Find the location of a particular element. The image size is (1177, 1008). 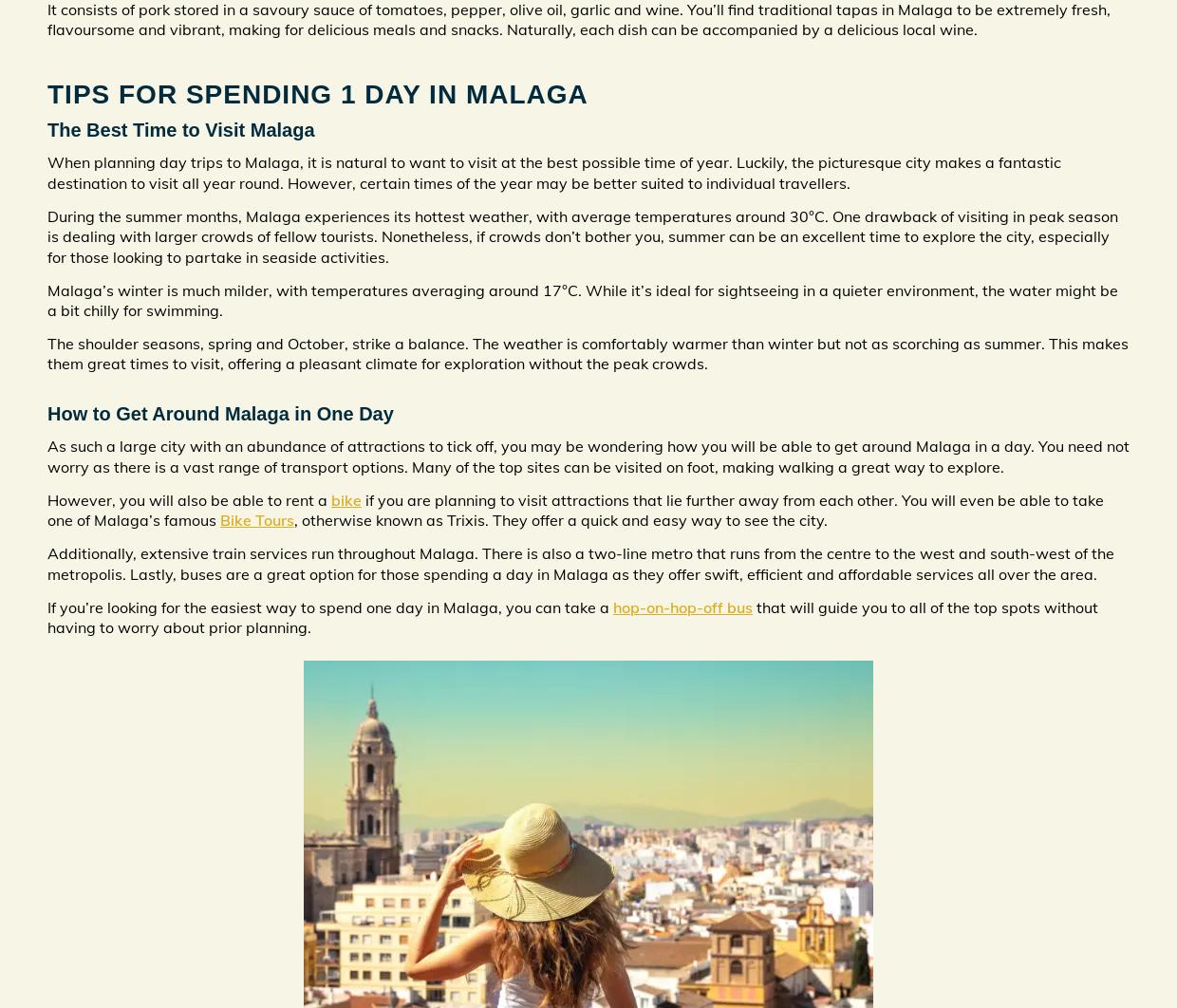

'bike' is located at coordinates (330, 498).